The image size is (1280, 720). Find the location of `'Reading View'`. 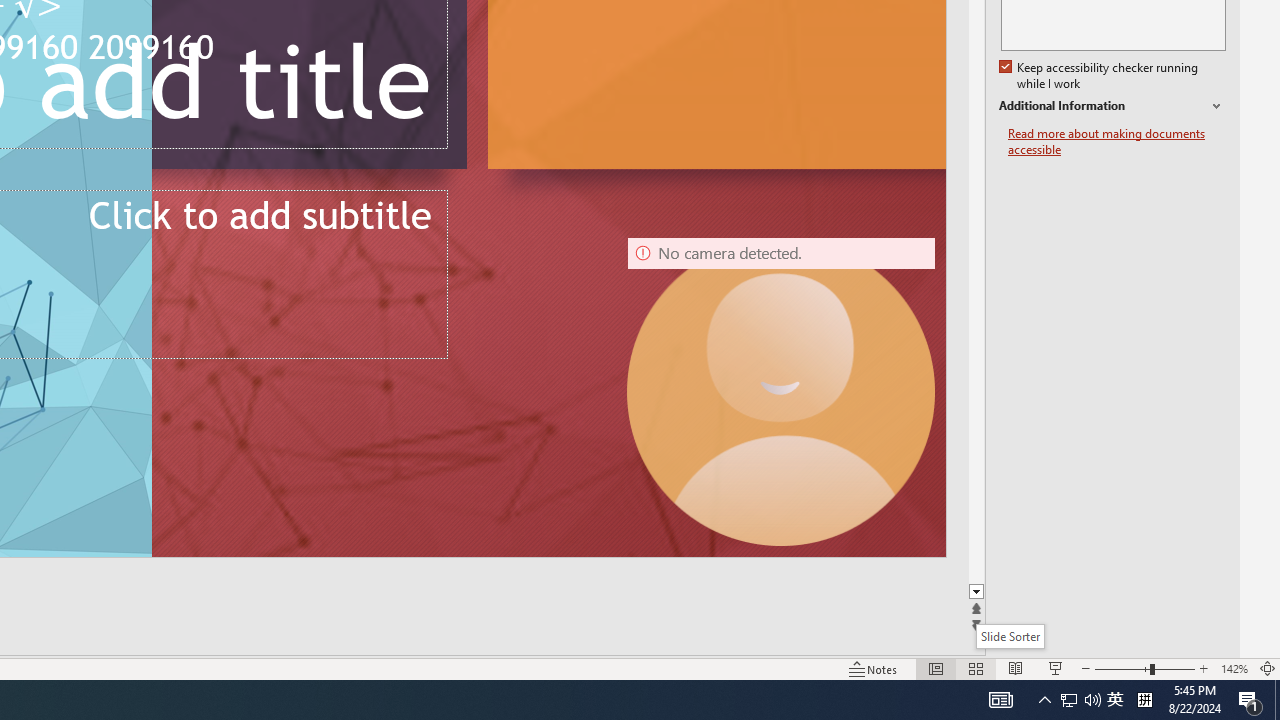

'Reading View' is located at coordinates (1015, 669).